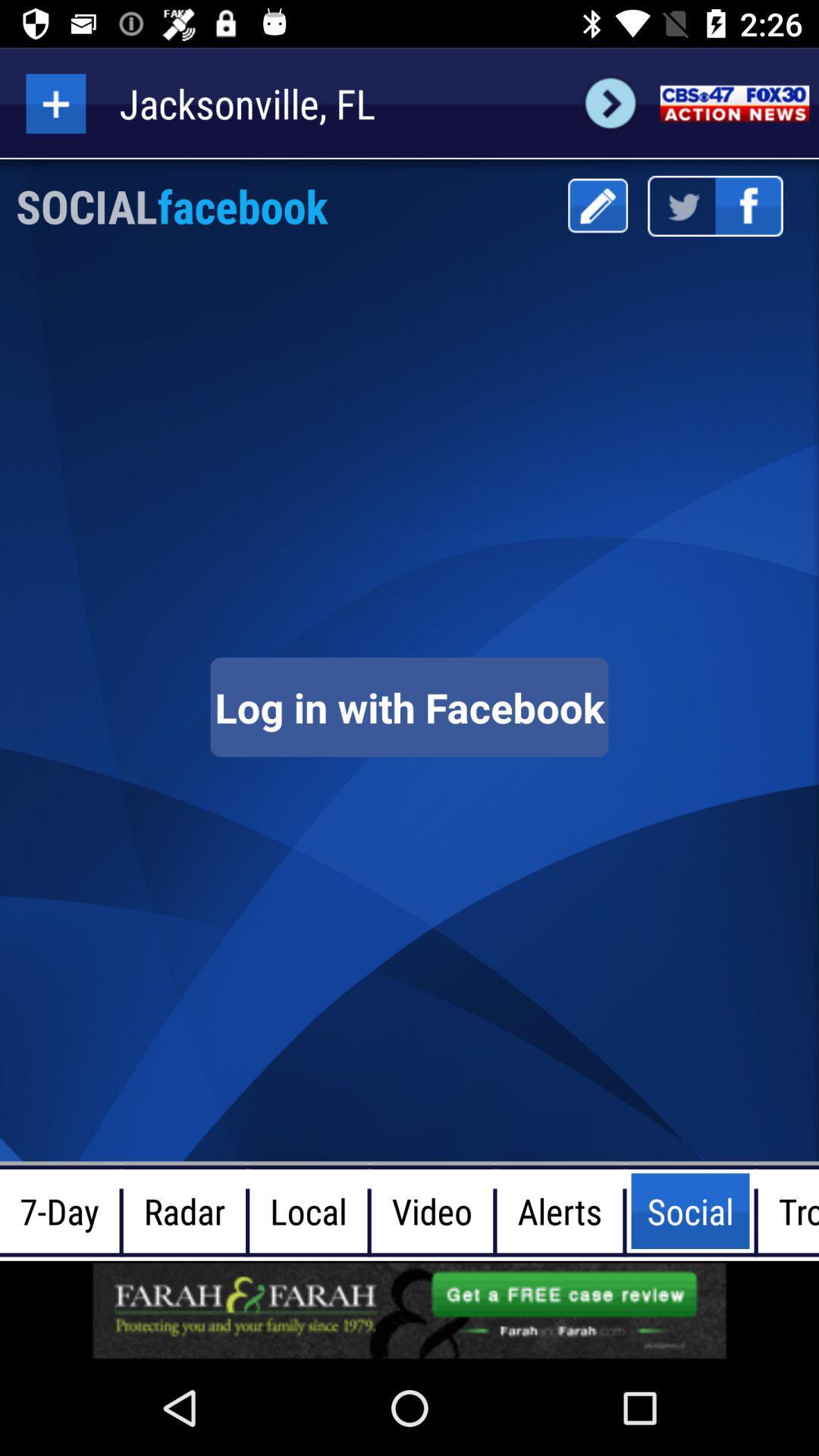  Describe the element at coordinates (55, 102) in the screenshot. I see `a new contact` at that location.